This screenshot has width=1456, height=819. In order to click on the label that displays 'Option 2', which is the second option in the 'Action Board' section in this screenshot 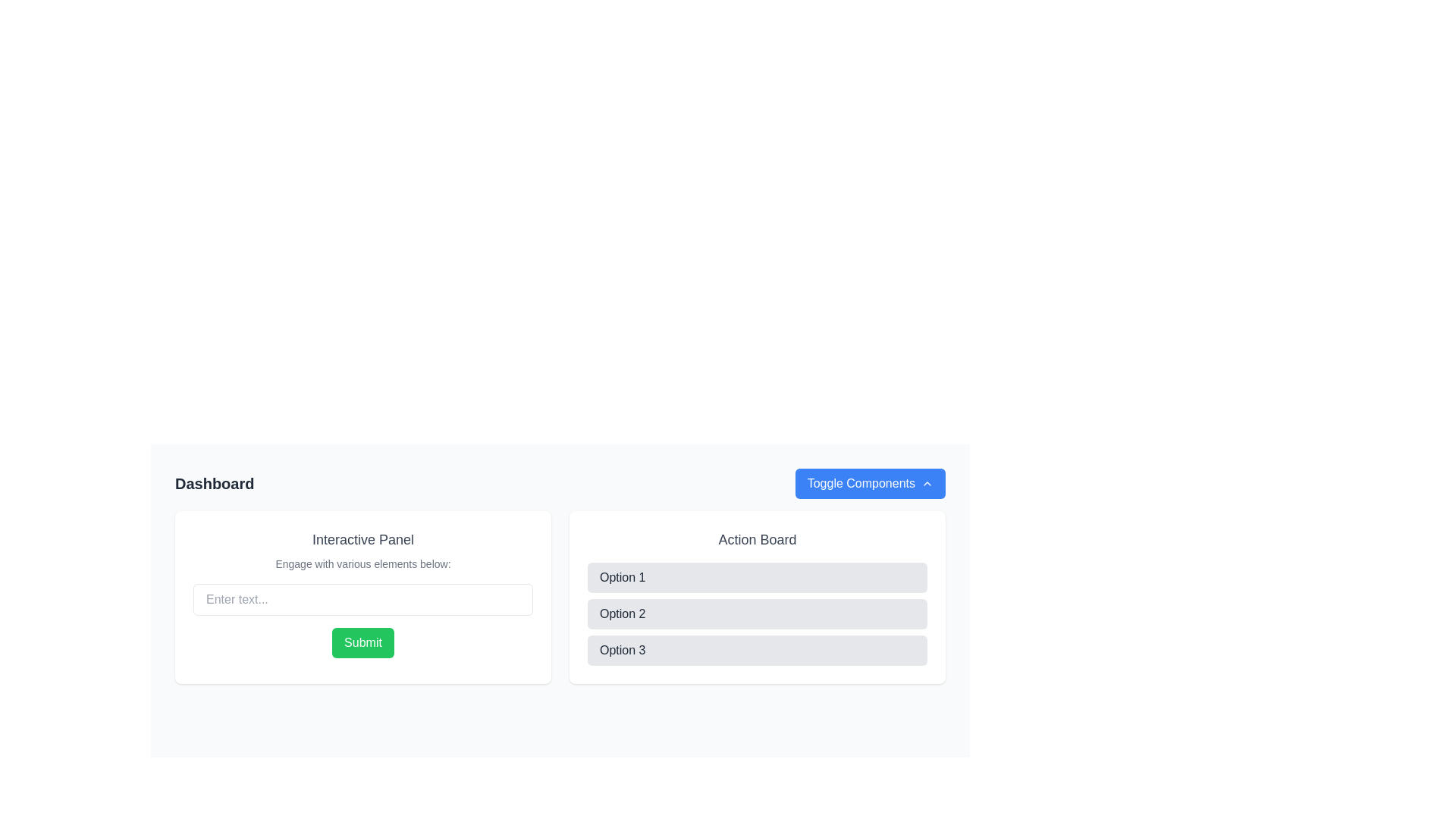, I will do `click(623, 614)`.